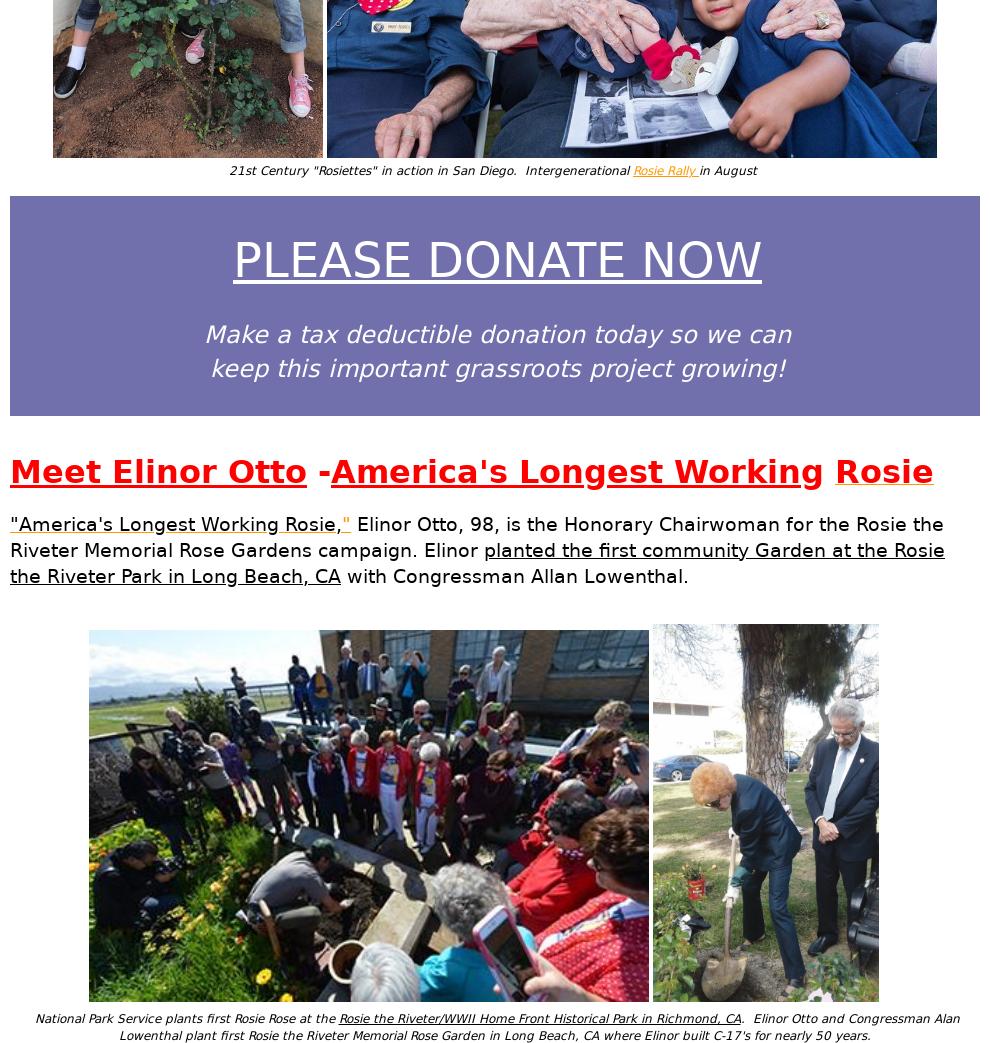  I want to click on 'Rosie the Riveter/WWII Home Front Historical Park in Richmond, CA', so click(537, 1019).